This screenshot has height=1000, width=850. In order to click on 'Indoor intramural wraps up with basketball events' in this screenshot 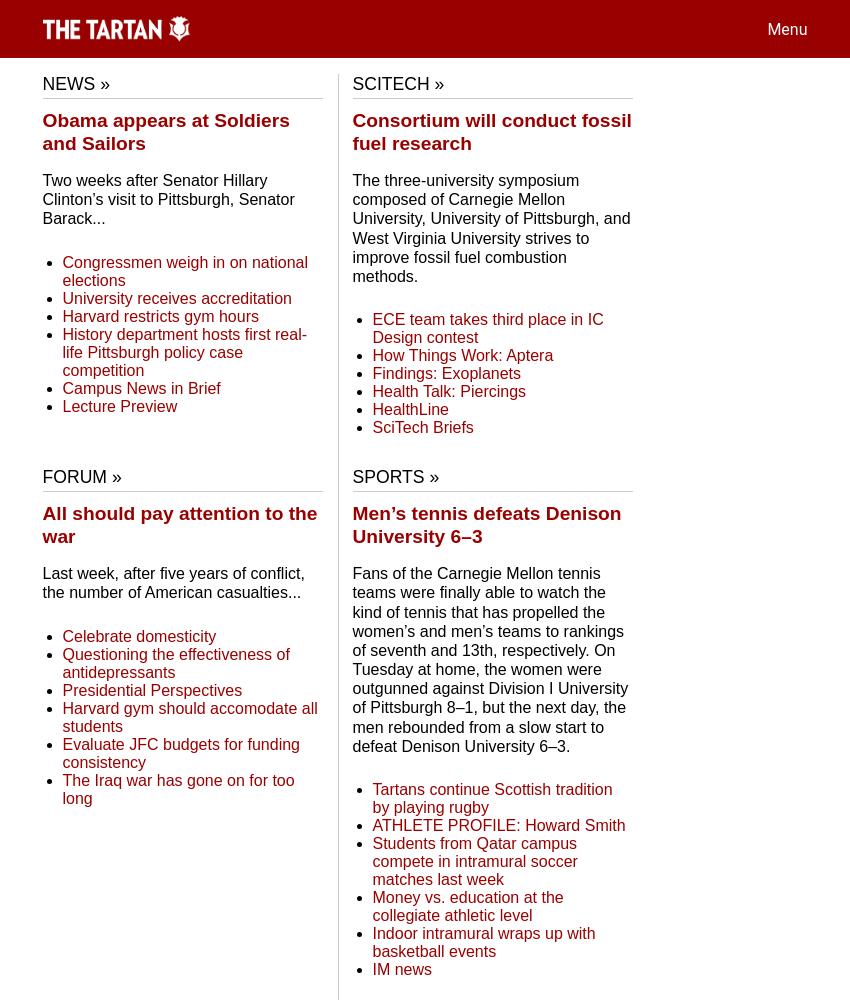, I will do `click(370, 941)`.